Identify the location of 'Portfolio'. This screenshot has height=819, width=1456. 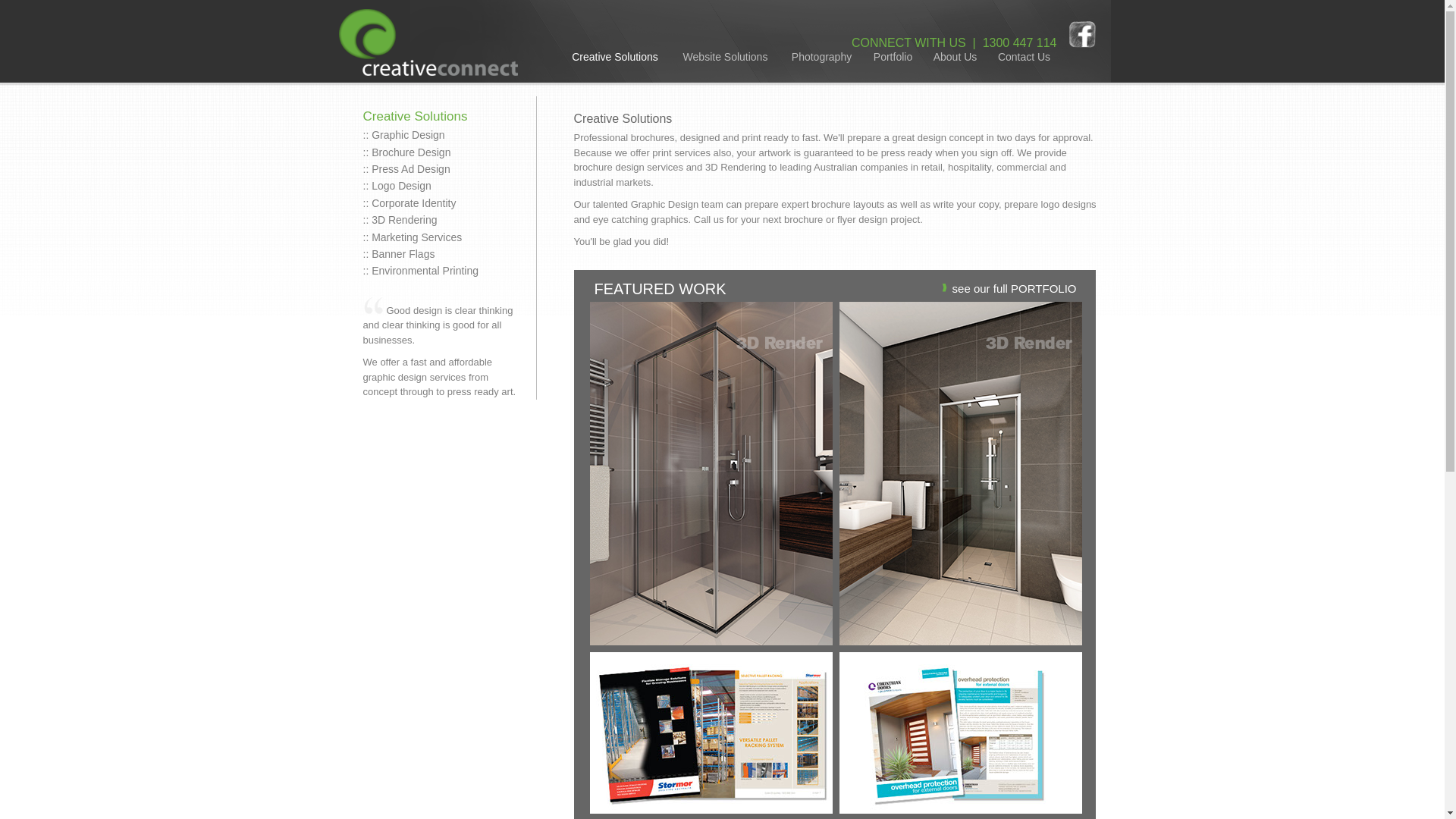
(893, 57).